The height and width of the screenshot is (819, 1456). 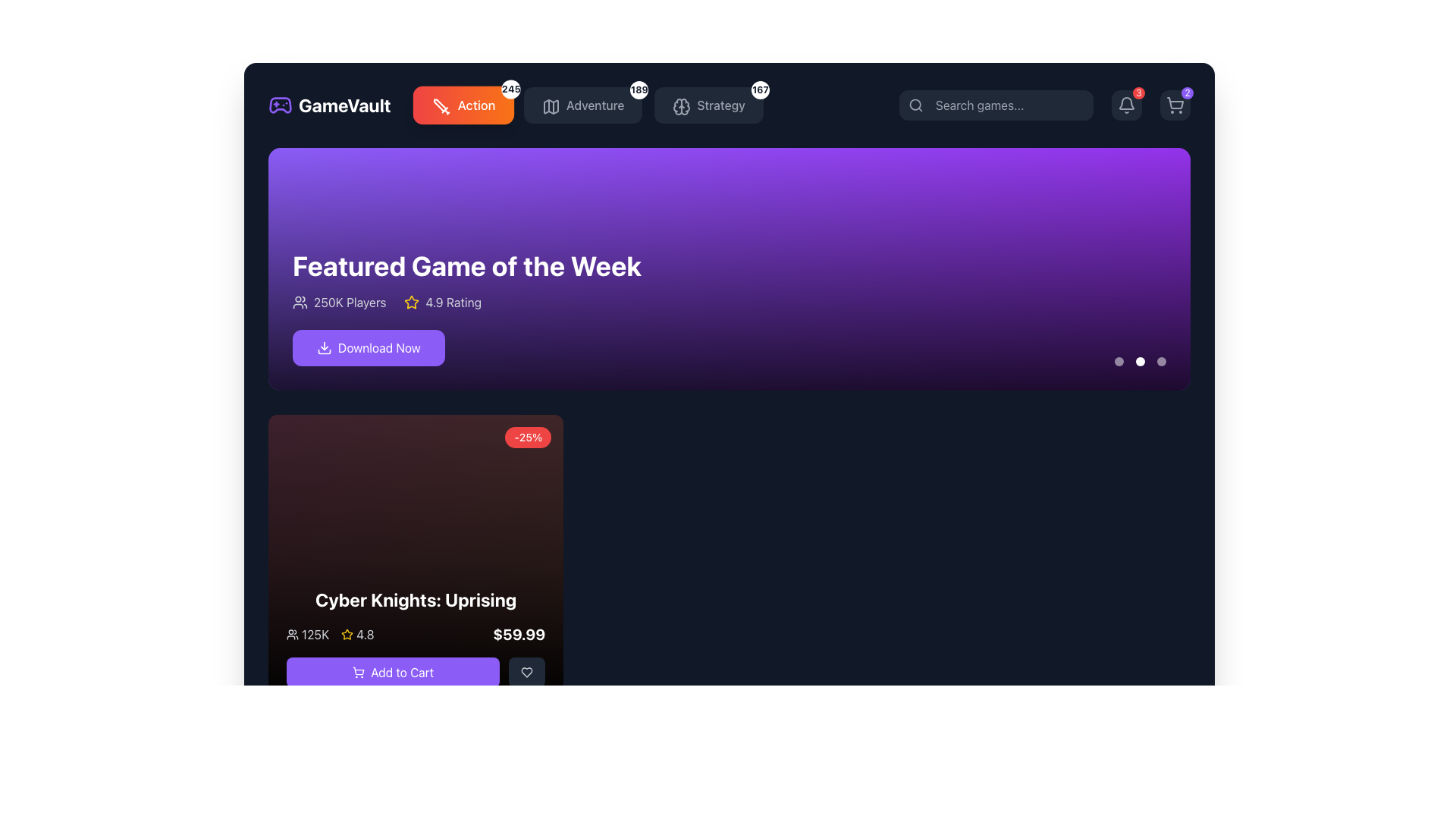 I want to click on the circular notification badge with a red background and white text displaying '3', located at the top-right corner of the bell icon in the navigation bar, so click(x=1139, y=93).